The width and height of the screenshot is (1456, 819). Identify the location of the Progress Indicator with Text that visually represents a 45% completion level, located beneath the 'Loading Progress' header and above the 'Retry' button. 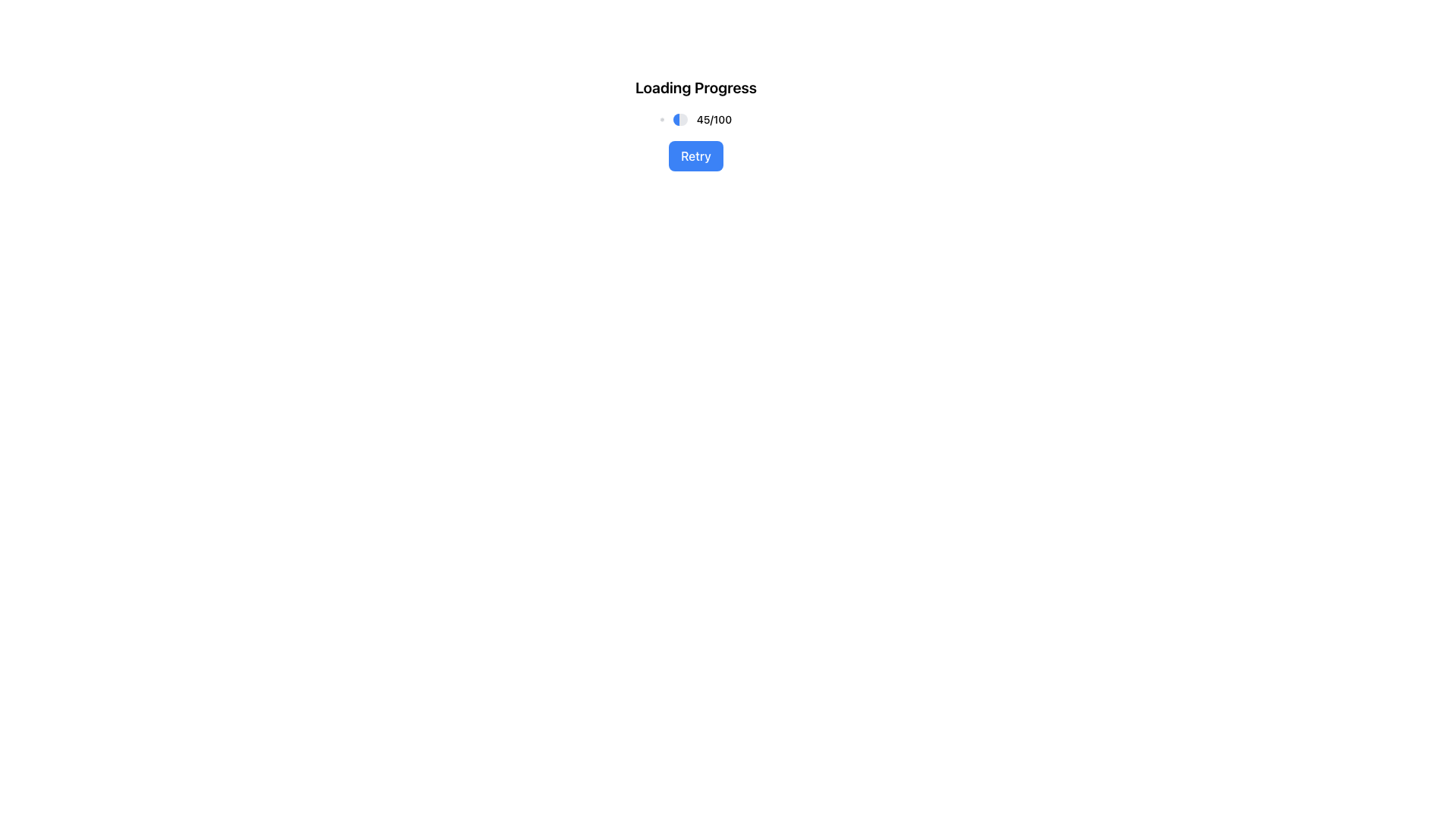
(695, 119).